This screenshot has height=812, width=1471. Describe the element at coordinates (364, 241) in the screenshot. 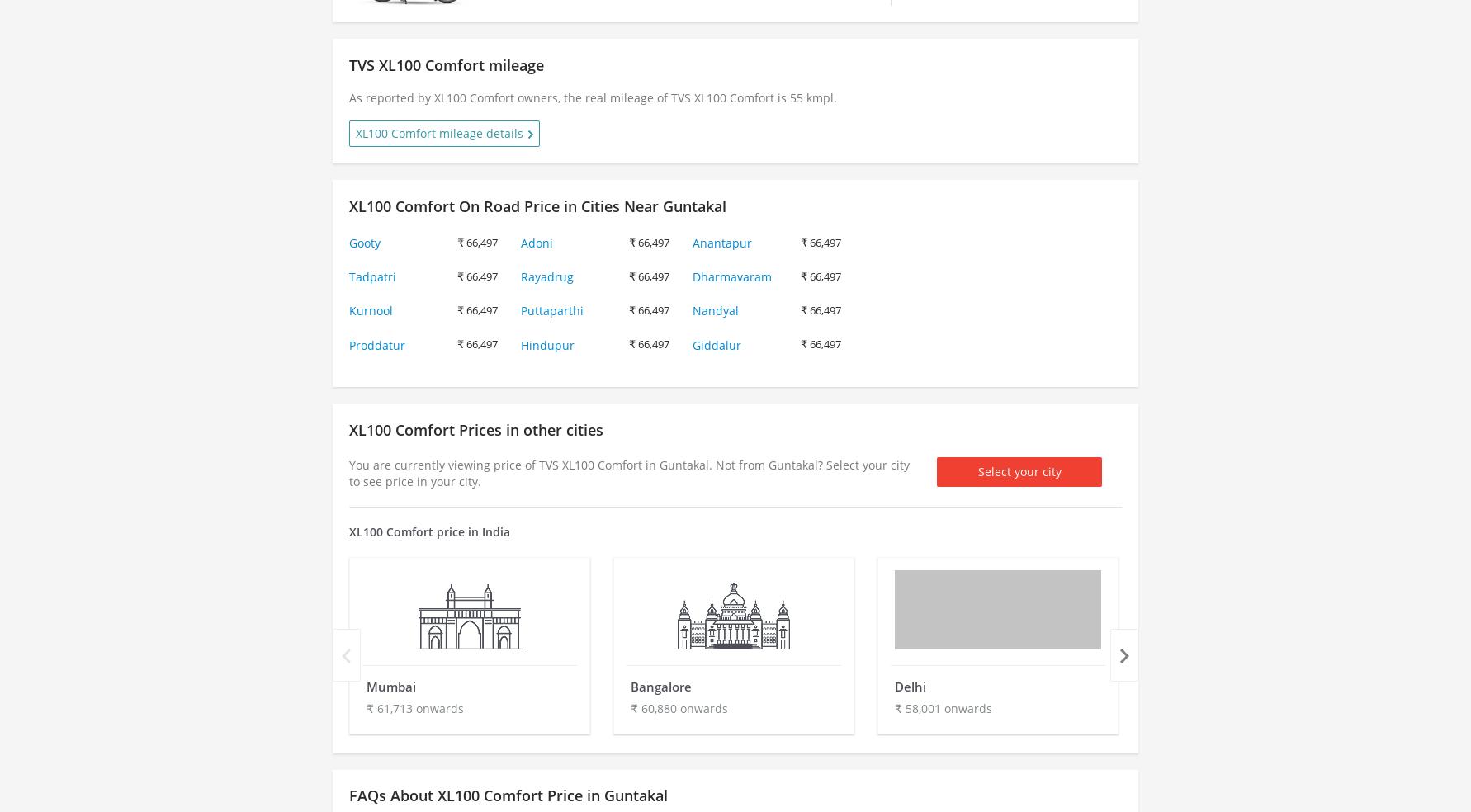

I see `'Gooty'` at that location.